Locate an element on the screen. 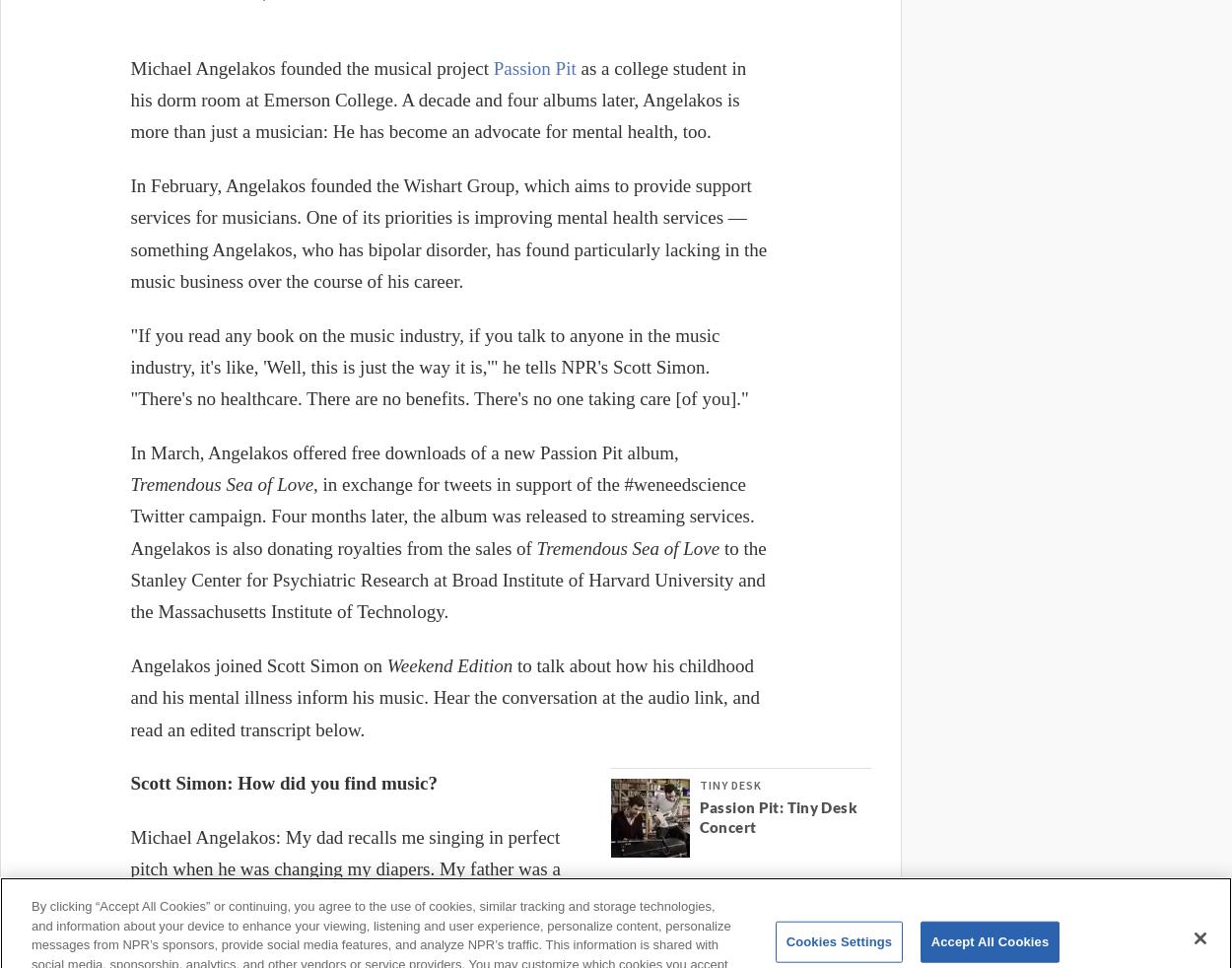 The image size is (1232, 968). 'Passion Pit' is located at coordinates (534, 66).